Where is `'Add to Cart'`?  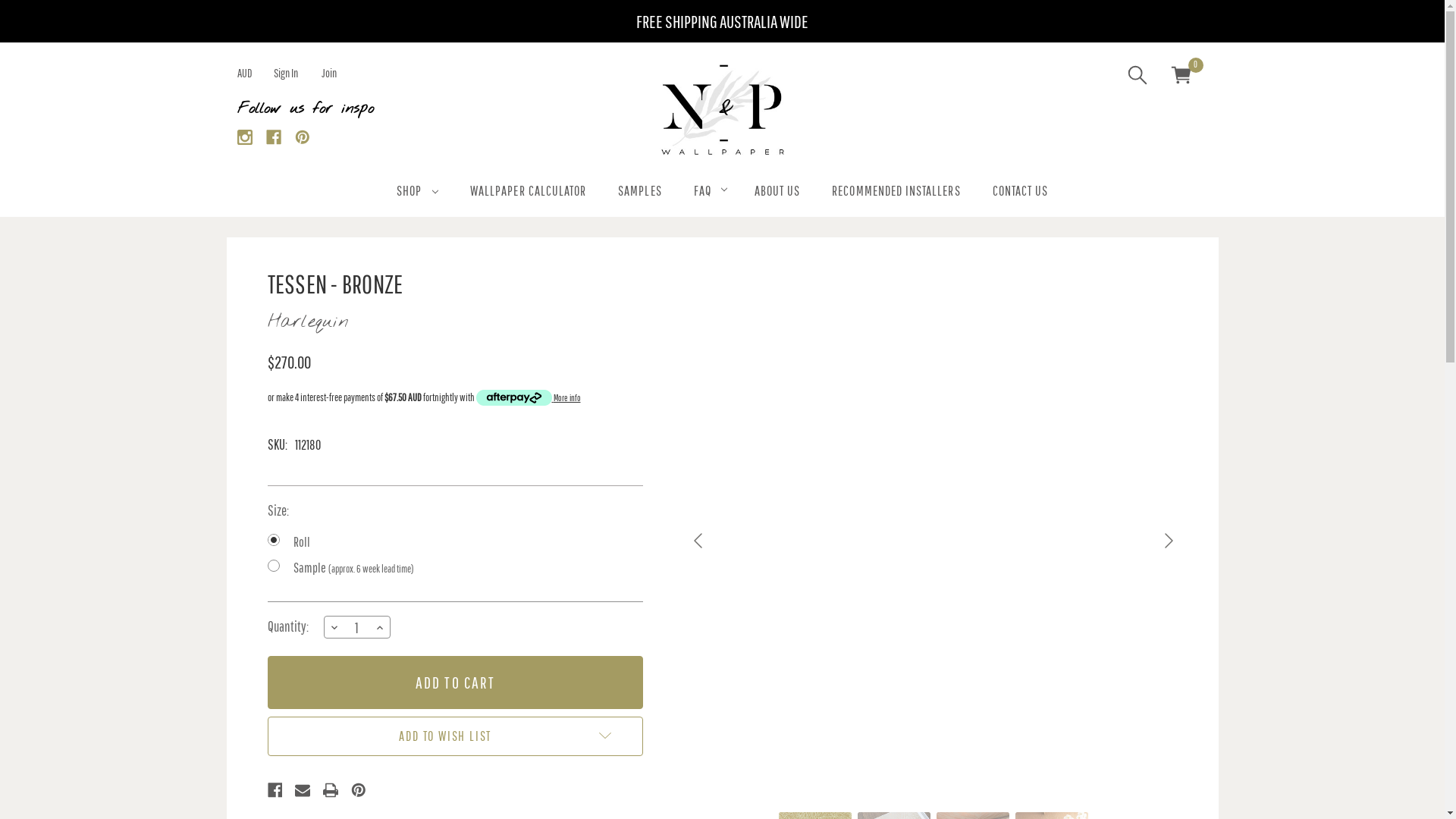 'Add to Cart' is located at coordinates (453, 681).